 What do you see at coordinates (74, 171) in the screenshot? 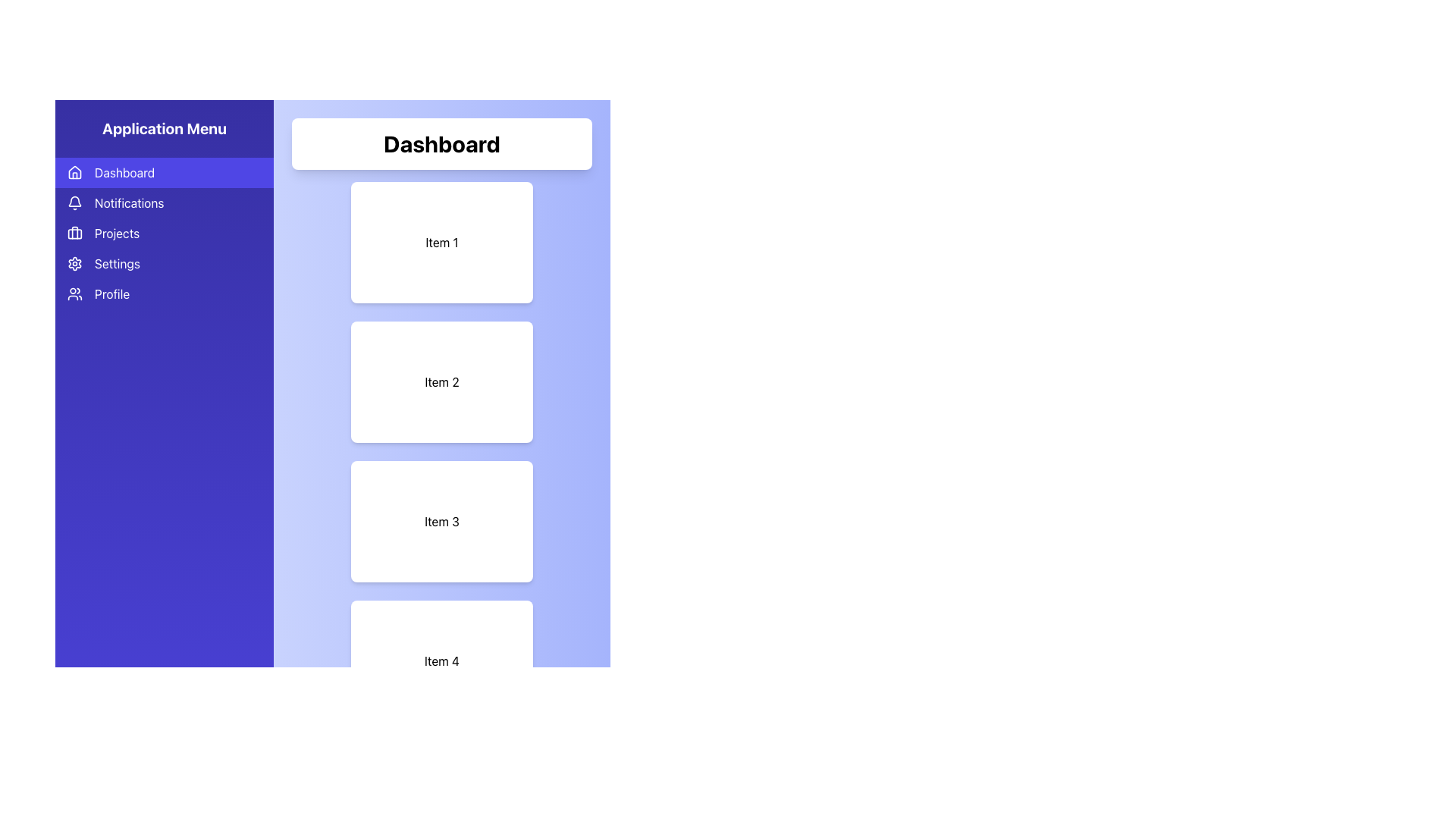
I see `the house icon in the left-side navigation menu, which is located at the top and associated with the 'Dashboard' label` at bounding box center [74, 171].